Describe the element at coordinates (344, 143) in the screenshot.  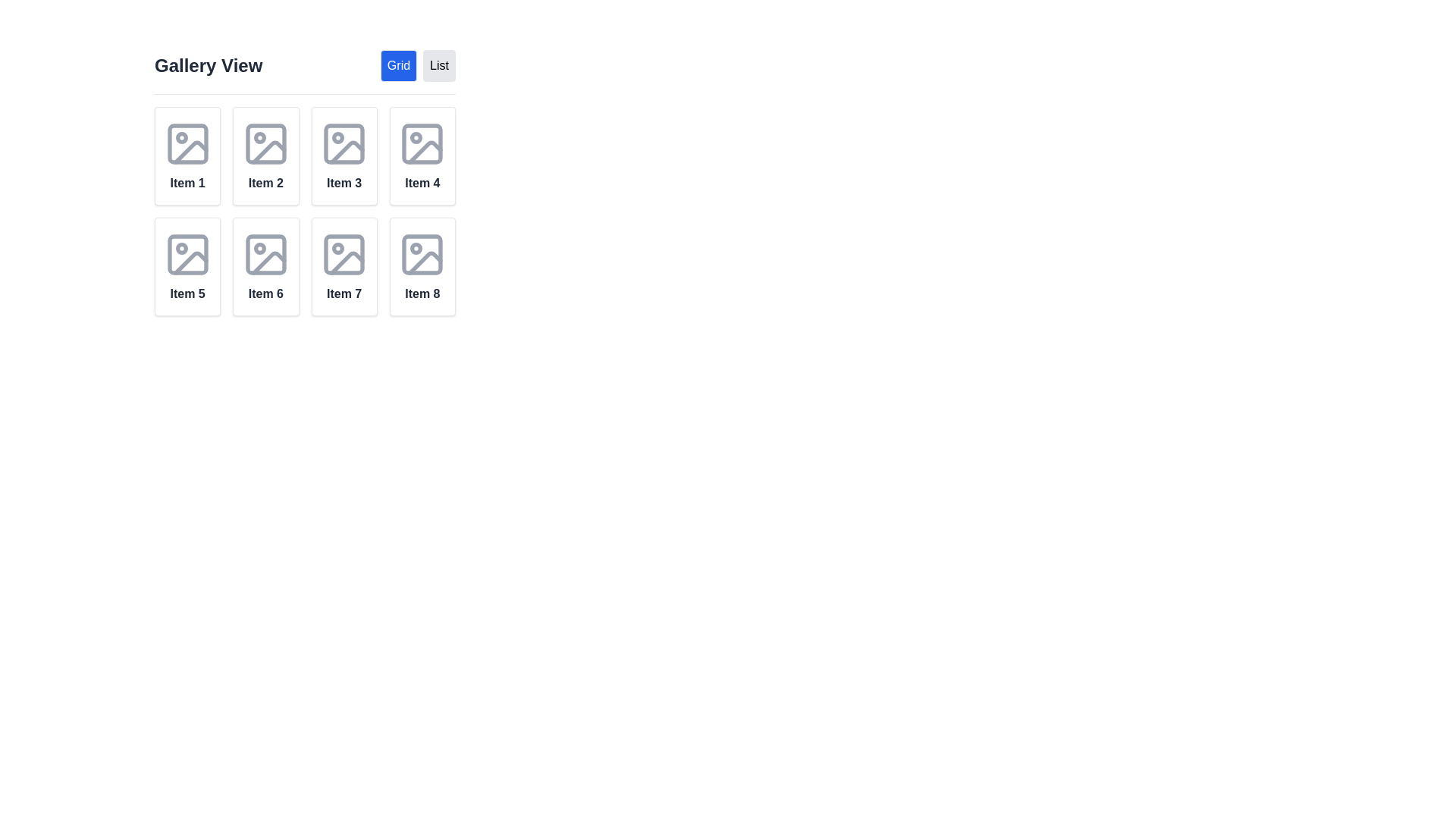
I see `the gray-colored picture frame icon located at the center of the card labeled 'Item 3' in the grid layout` at that location.